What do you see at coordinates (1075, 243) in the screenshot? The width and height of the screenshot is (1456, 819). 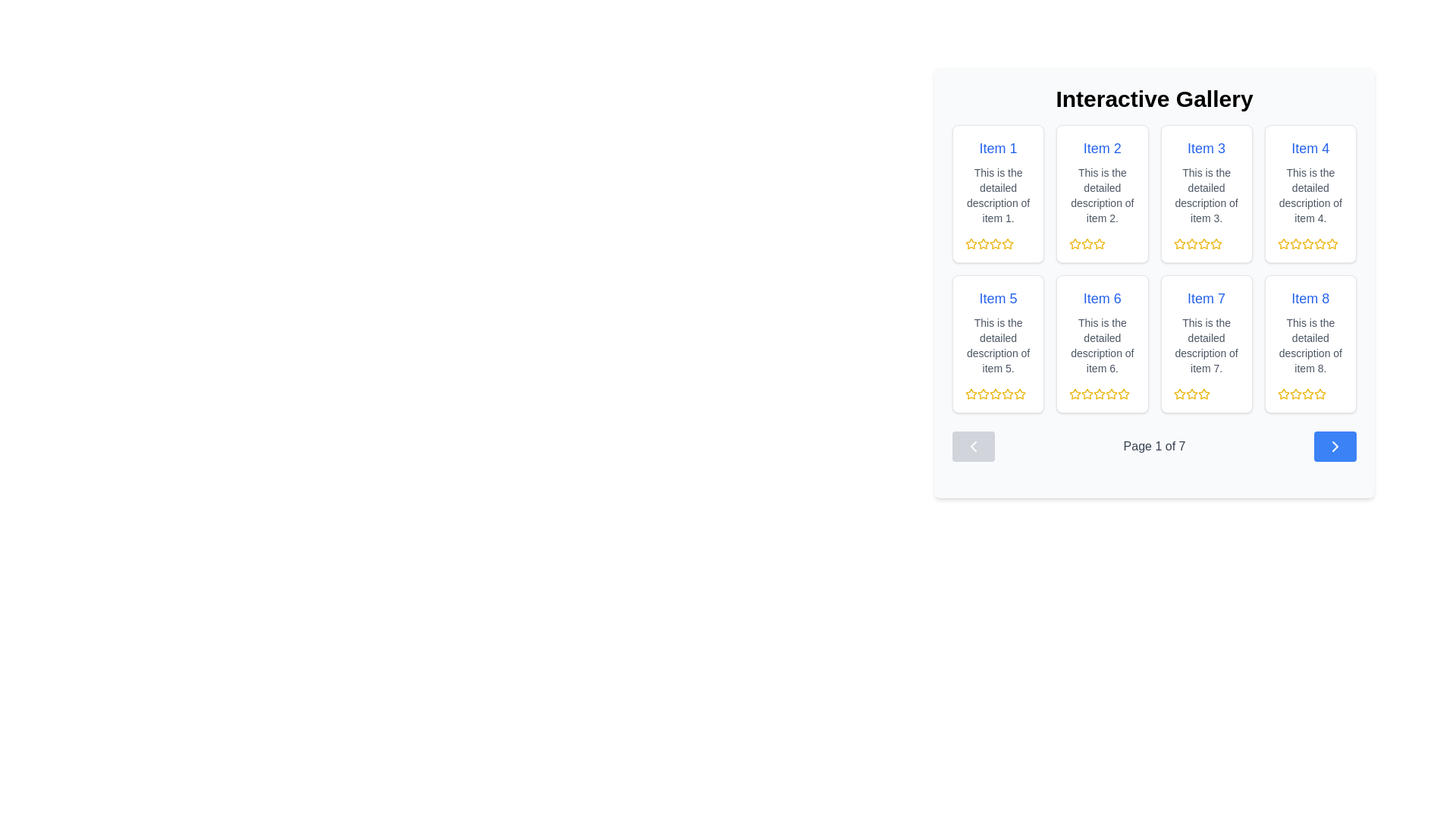 I see `the second star-shaped icon, which is styled in gold, located below the description of 'Item 2' in the interactive gallery` at bounding box center [1075, 243].